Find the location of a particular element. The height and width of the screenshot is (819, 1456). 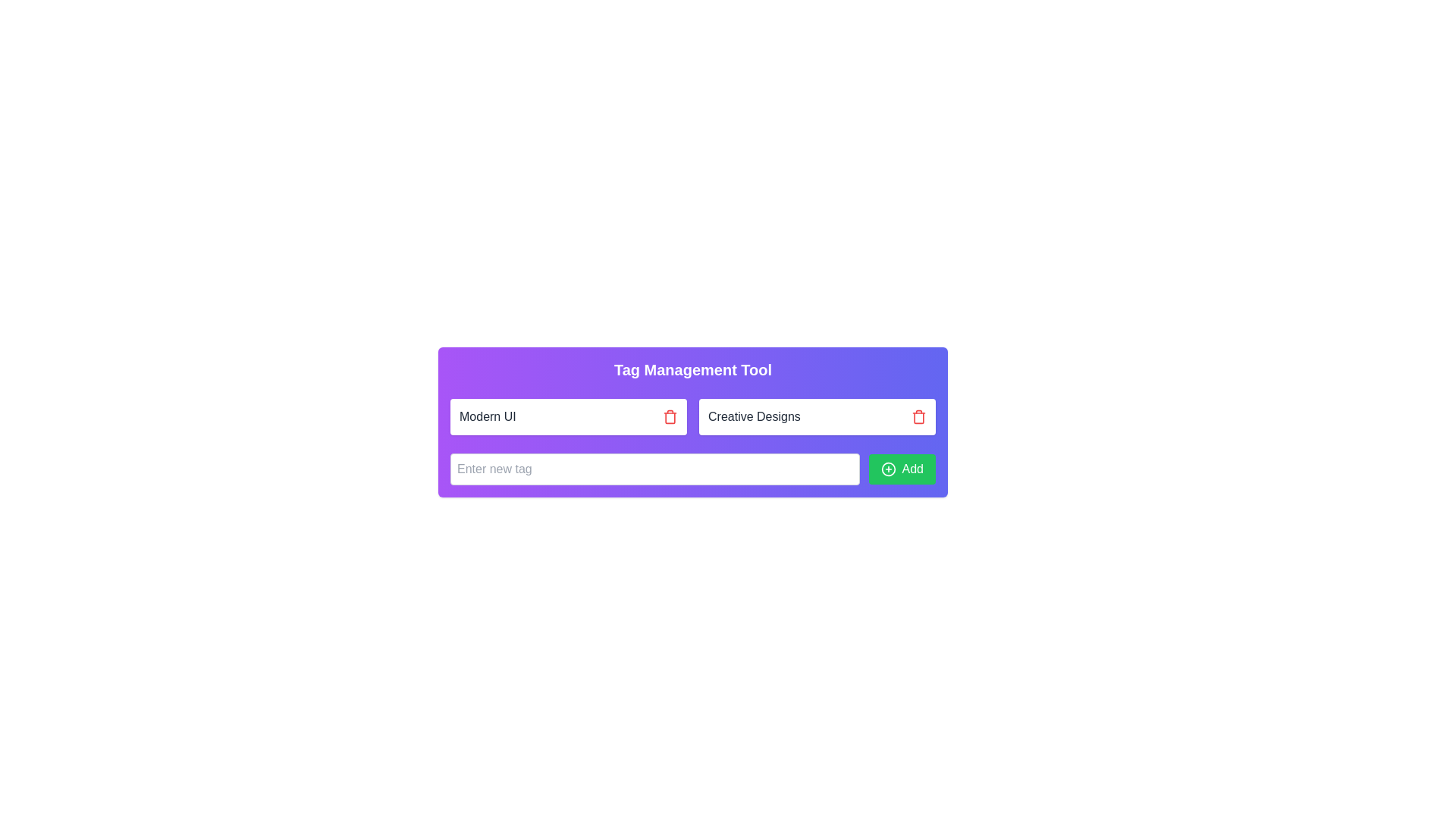

the design of the 'Add' icon located on the left side of the text 'Add' is located at coordinates (888, 468).